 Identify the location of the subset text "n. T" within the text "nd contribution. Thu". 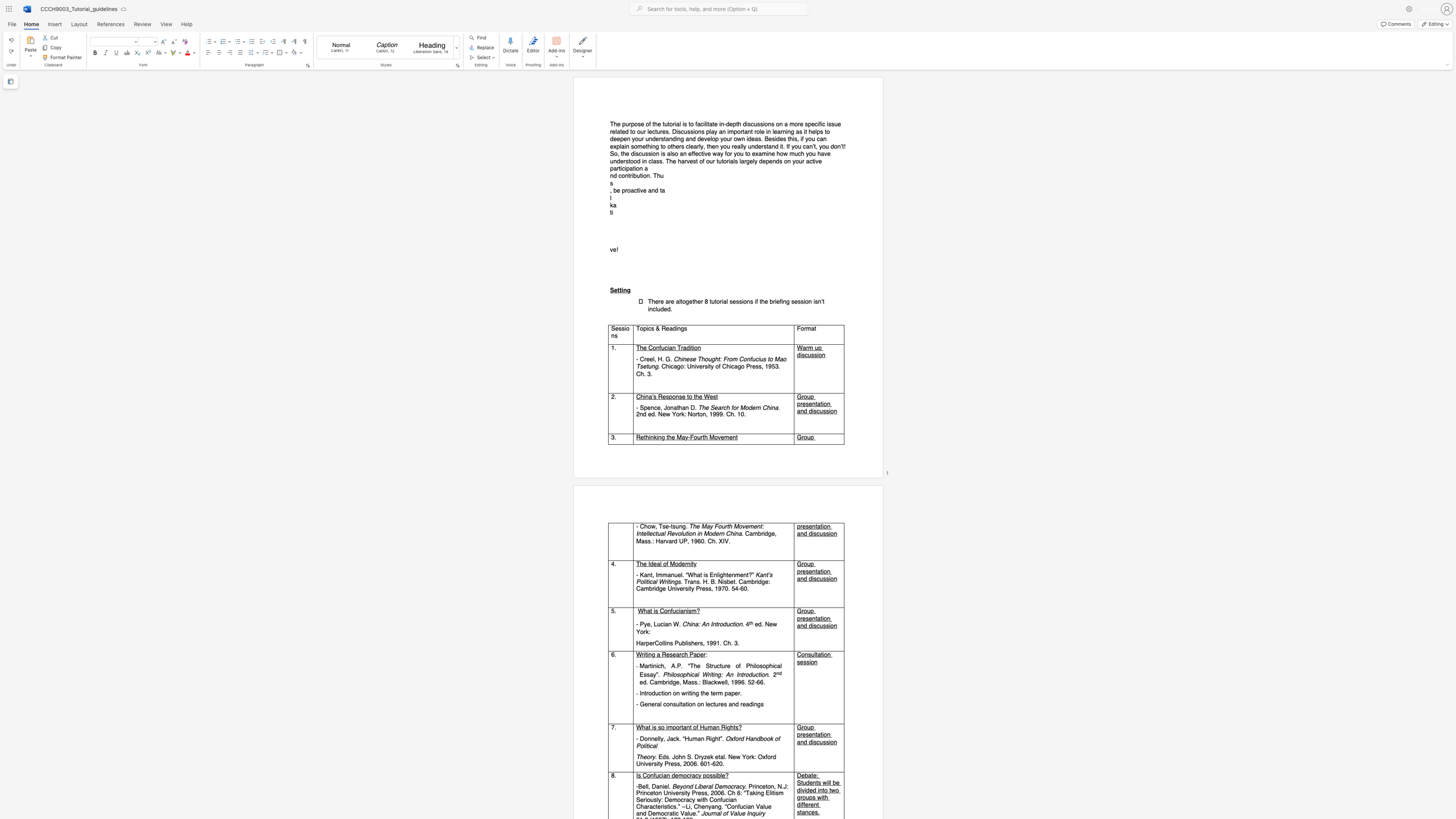
(645, 176).